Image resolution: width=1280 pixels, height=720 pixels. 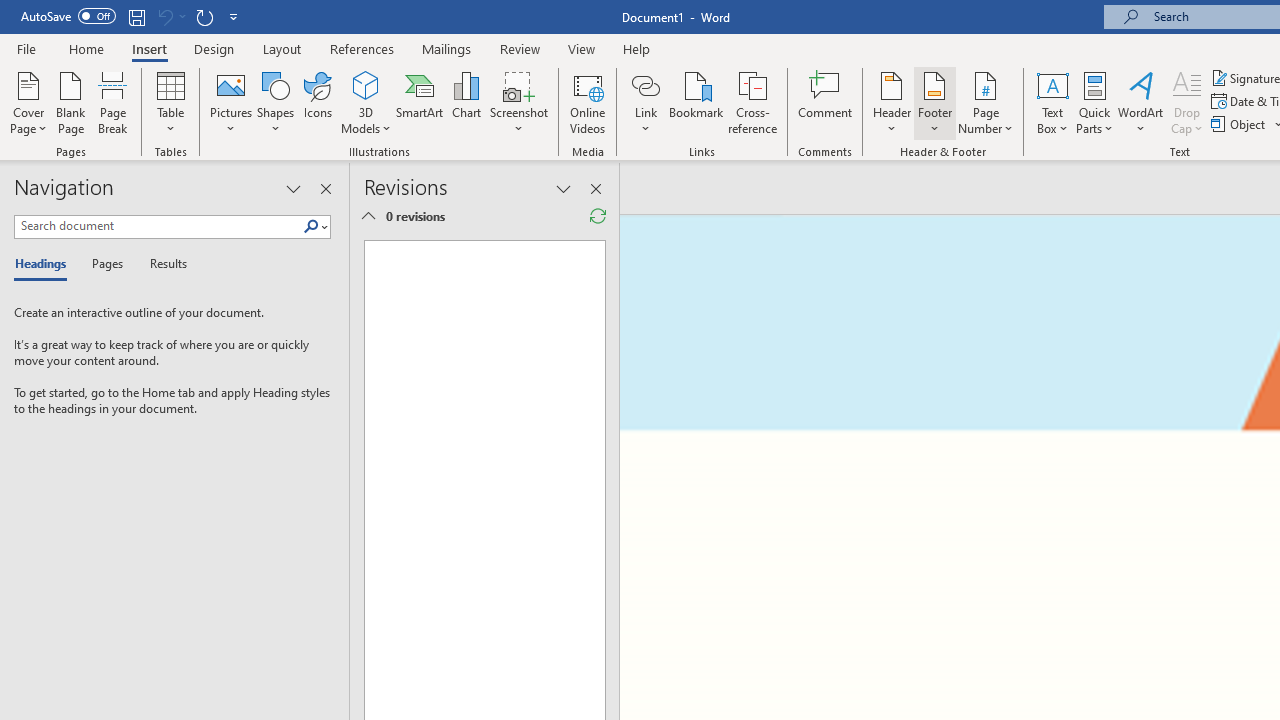 What do you see at coordinates (112, 103) in the screenshot?
I see `'Page Break'` at bounding box center [112, 103].